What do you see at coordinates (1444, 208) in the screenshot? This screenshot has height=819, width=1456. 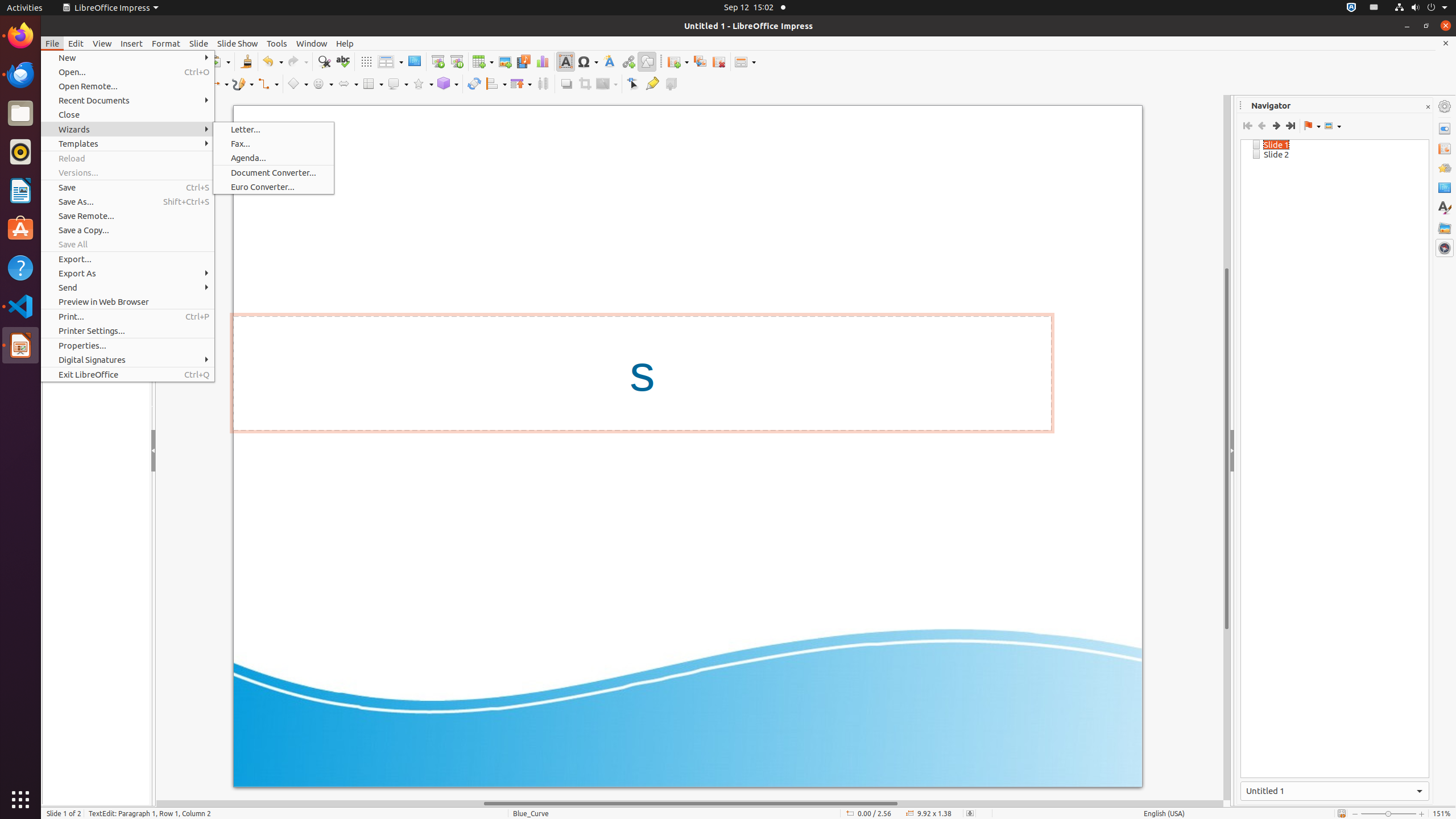 I see `'Styles'` at bounding box center [1444, 208].